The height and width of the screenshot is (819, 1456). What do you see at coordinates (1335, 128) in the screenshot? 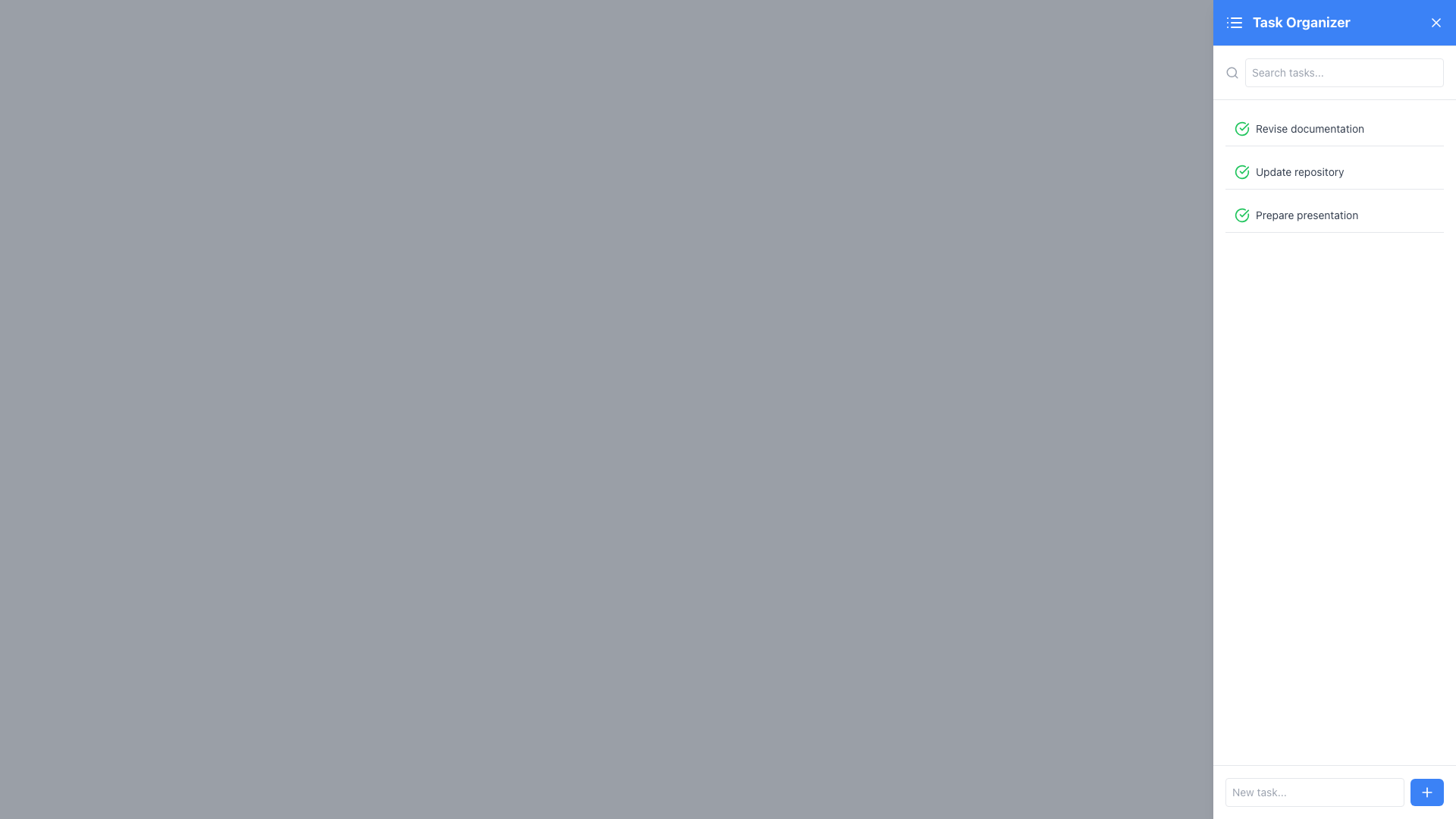
I see `task description of the first item in the vertical list, which is labeled 'Revise documentation' and includes a green checkmark icon indicating completion` at bounding box center [1335, 128].